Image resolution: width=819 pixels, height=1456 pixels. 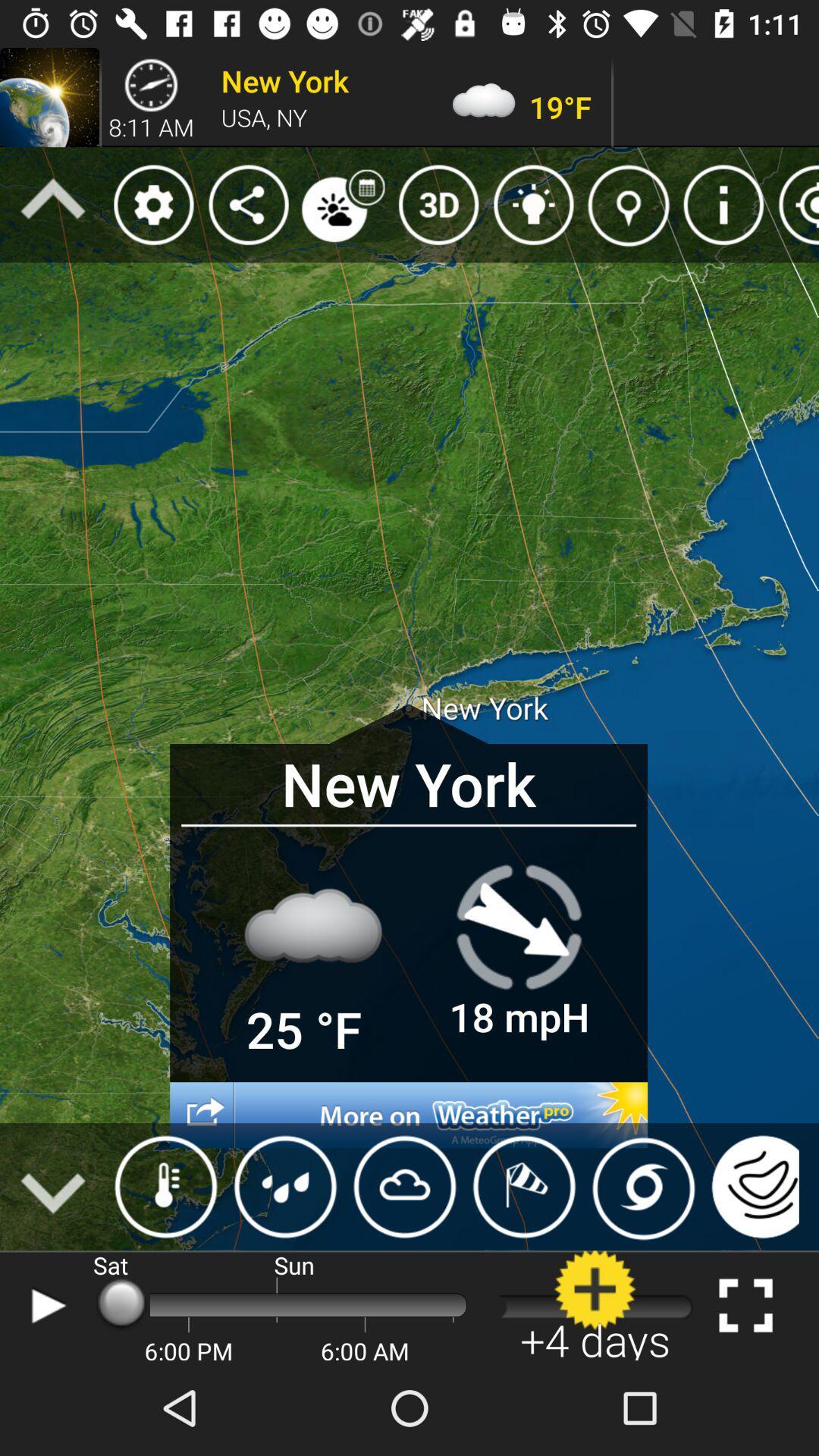 What do you see at coordinates (629, 204) in the screenshot?
I see `the icon which is to the immediate left of information icon` at bounding box center [629, 204].